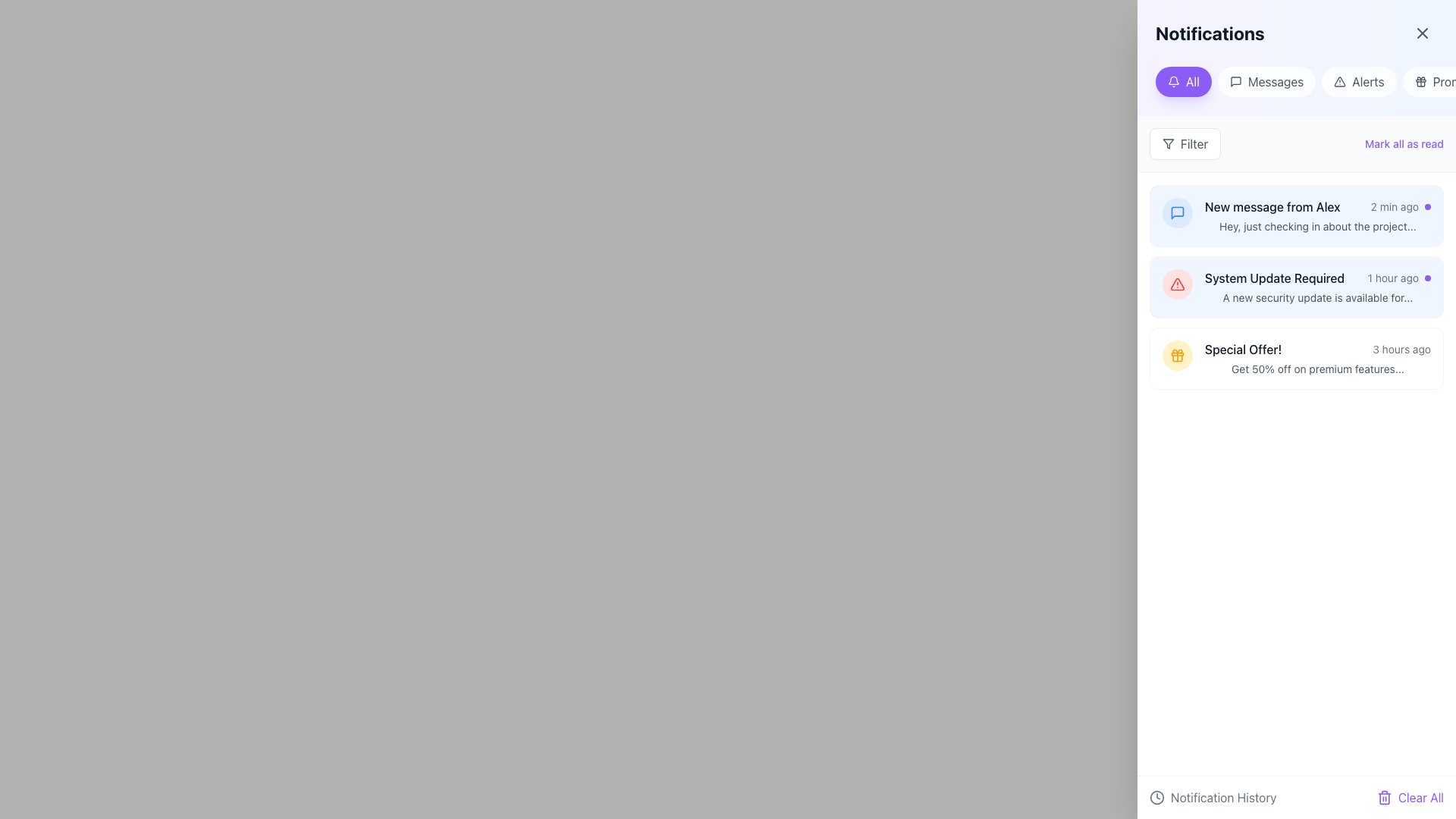  What do you see at coordinates (1357, 359) in the screenshot?
I see `the small grayish archive box icon located near the 'Special Offer!' notification to archive it` at bounding box center [1357, 359].